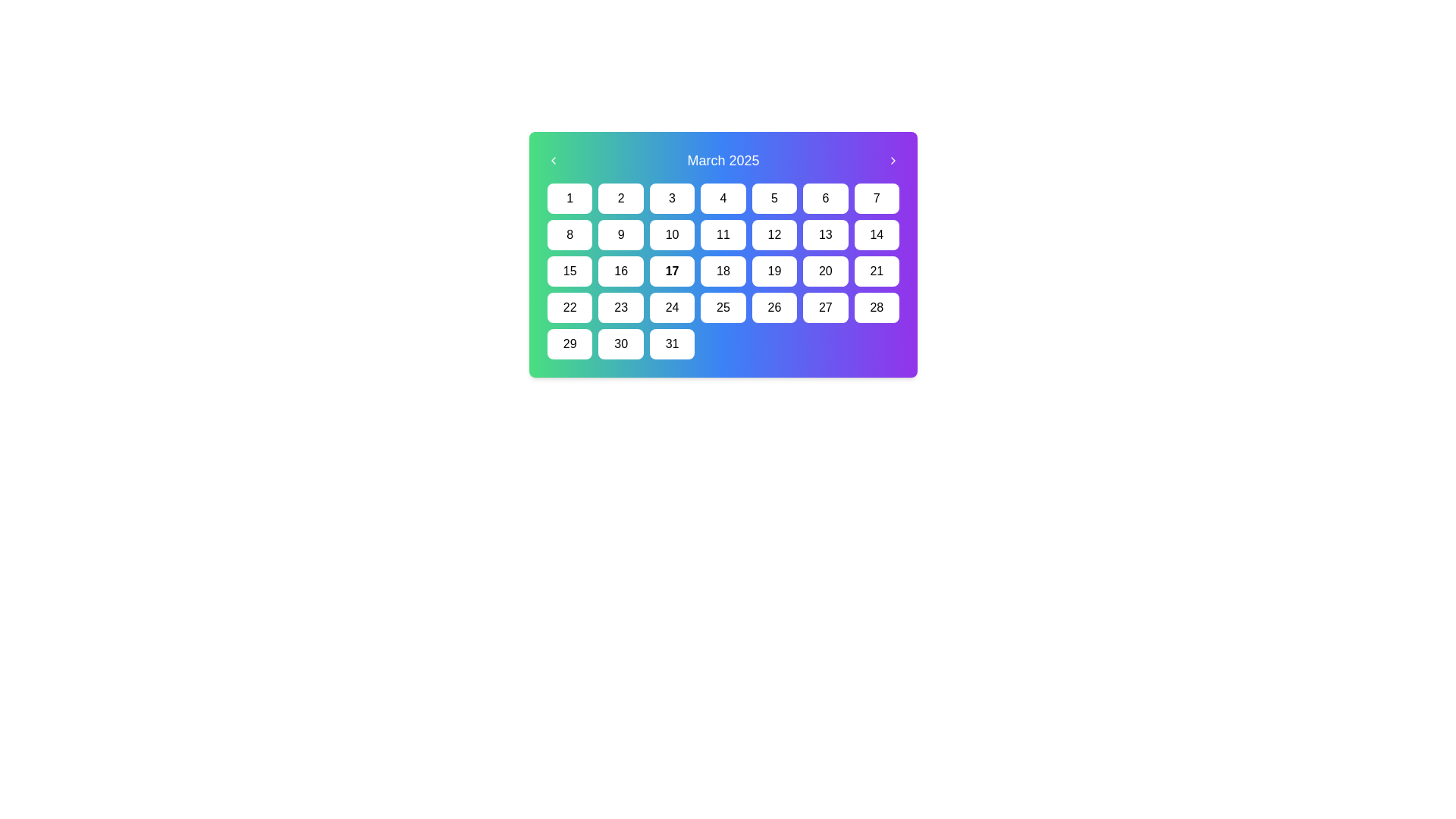 The image size is (1456, 819). What do you see at coordinates (774, 271) in the screenshot?
I see `the button representing the 19th day in the calendar view` at bounding box center [774, 271].